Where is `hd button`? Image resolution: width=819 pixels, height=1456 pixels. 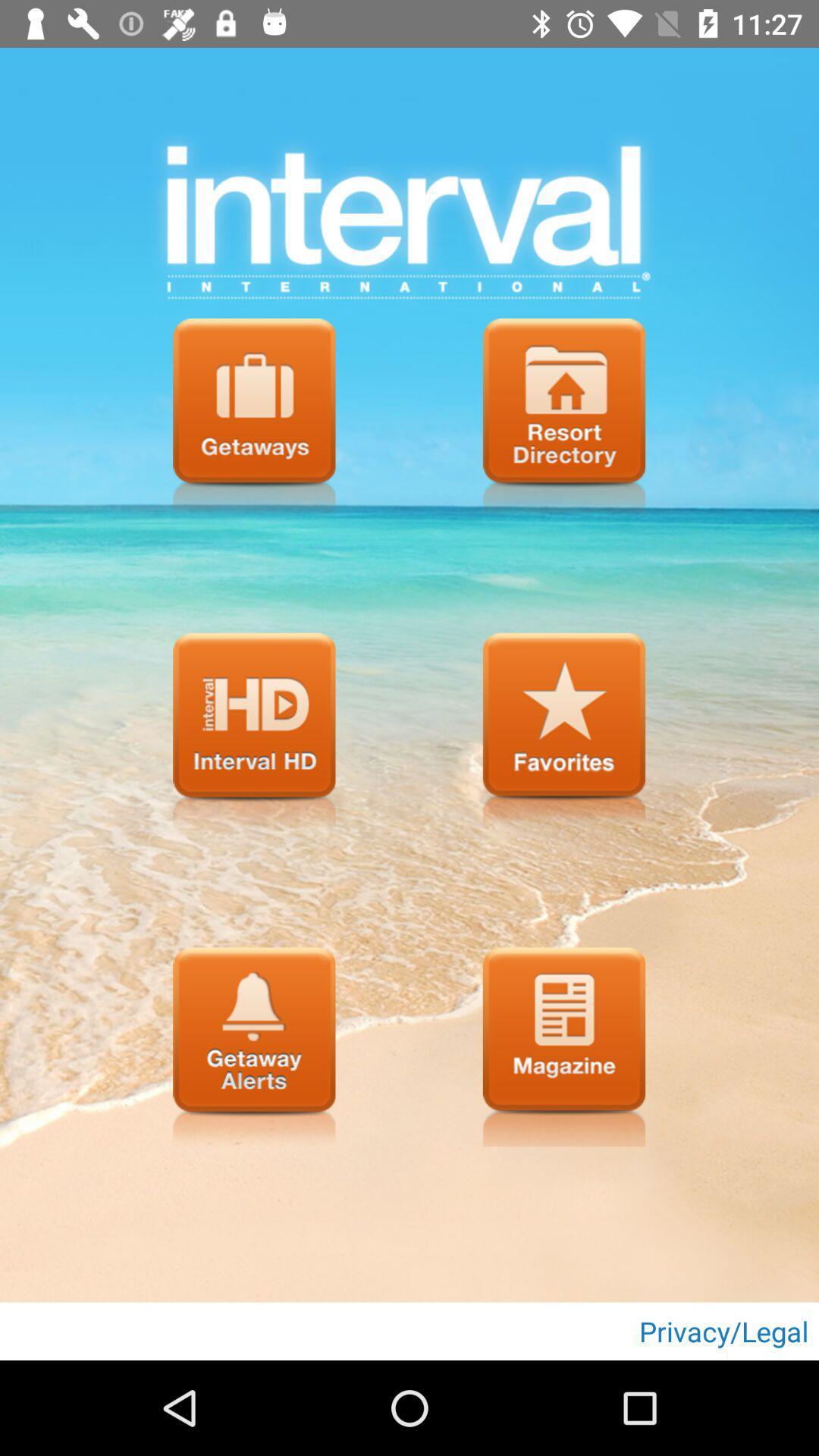
hd button is located at coordinates (253, 732).